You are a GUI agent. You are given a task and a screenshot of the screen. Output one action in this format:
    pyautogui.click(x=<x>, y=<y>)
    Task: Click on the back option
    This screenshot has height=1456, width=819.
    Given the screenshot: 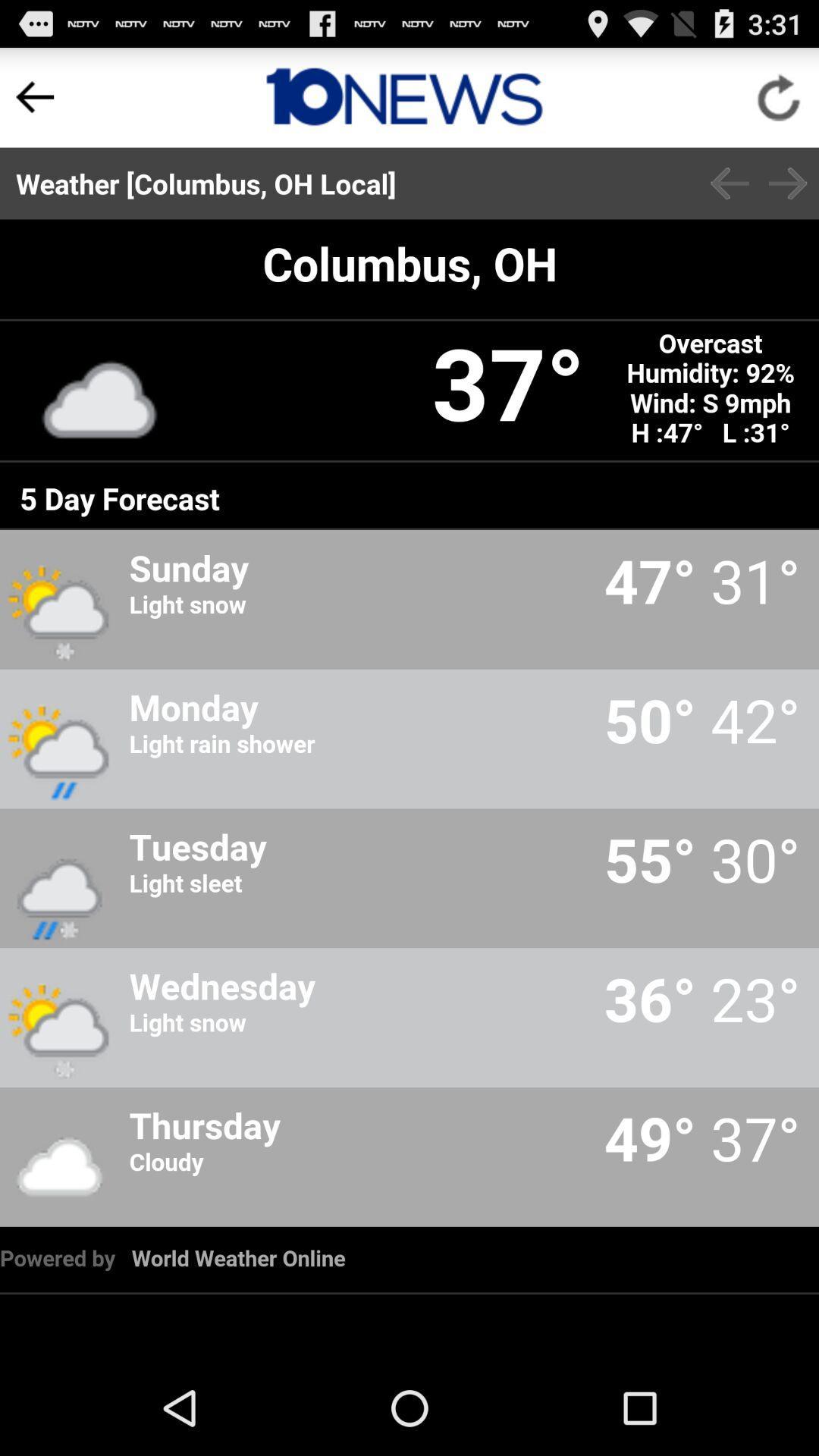 What is the action you would take?
    pyautogui.click(x=34, y=96)
    